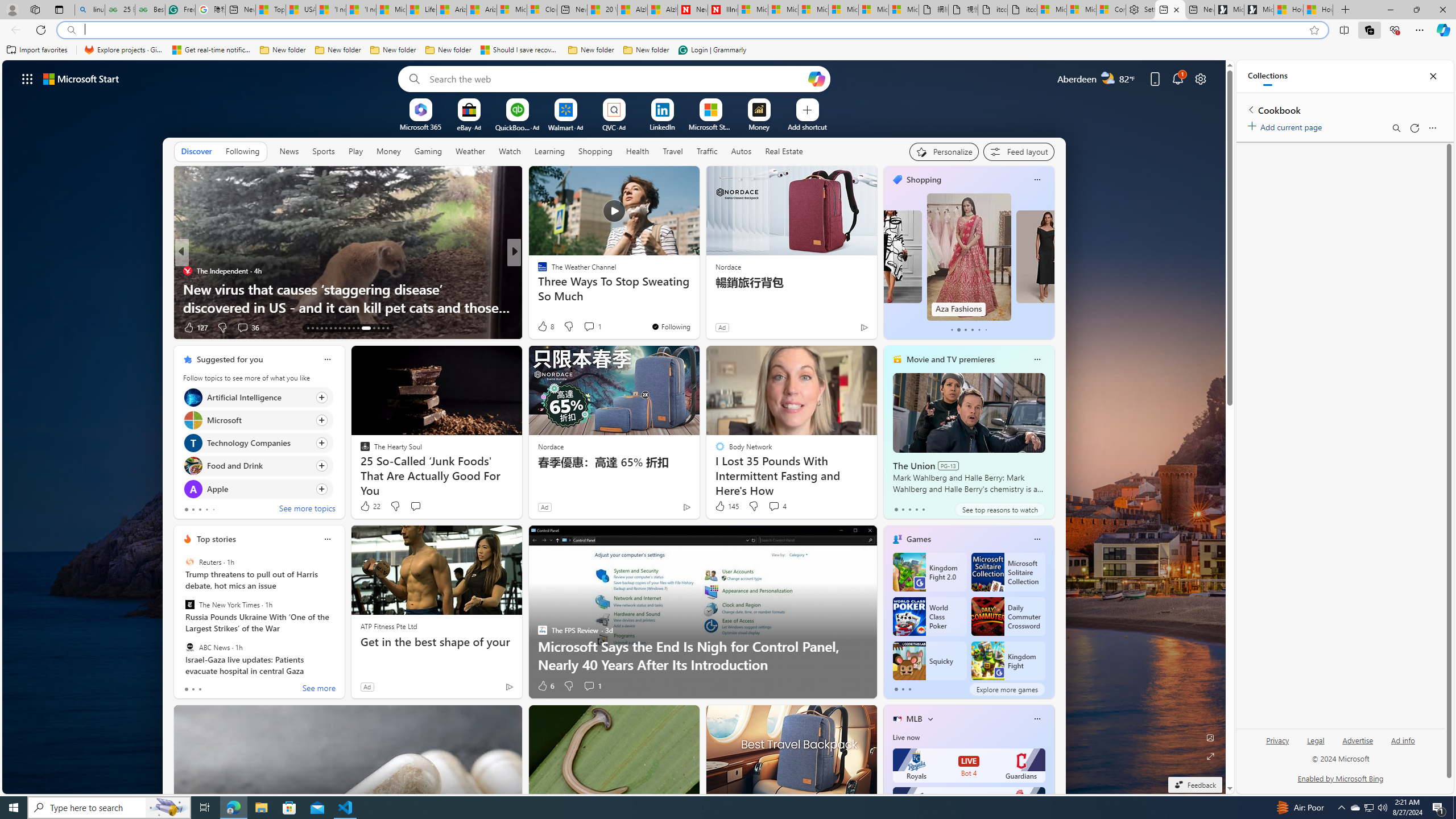 This screenshot has width=1456, height=819. What do you see at coordinates (969, 765) in the screenshot?
I see `'Royals LIVE Bot 4 Guardians'` at bounding box center [969, 765].